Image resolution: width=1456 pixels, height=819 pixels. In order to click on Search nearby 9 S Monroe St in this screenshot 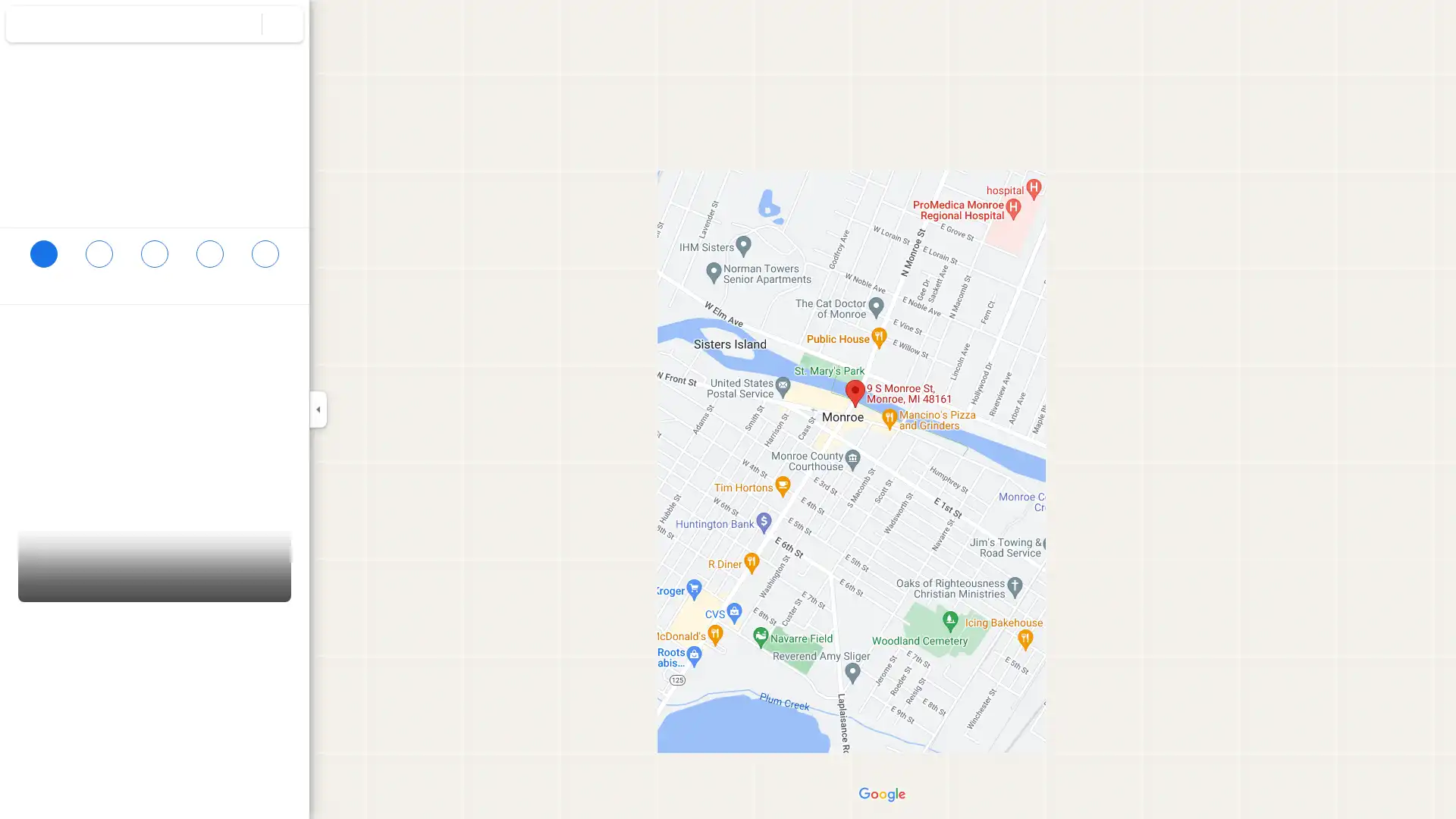, I will do `click(154, 259)`.